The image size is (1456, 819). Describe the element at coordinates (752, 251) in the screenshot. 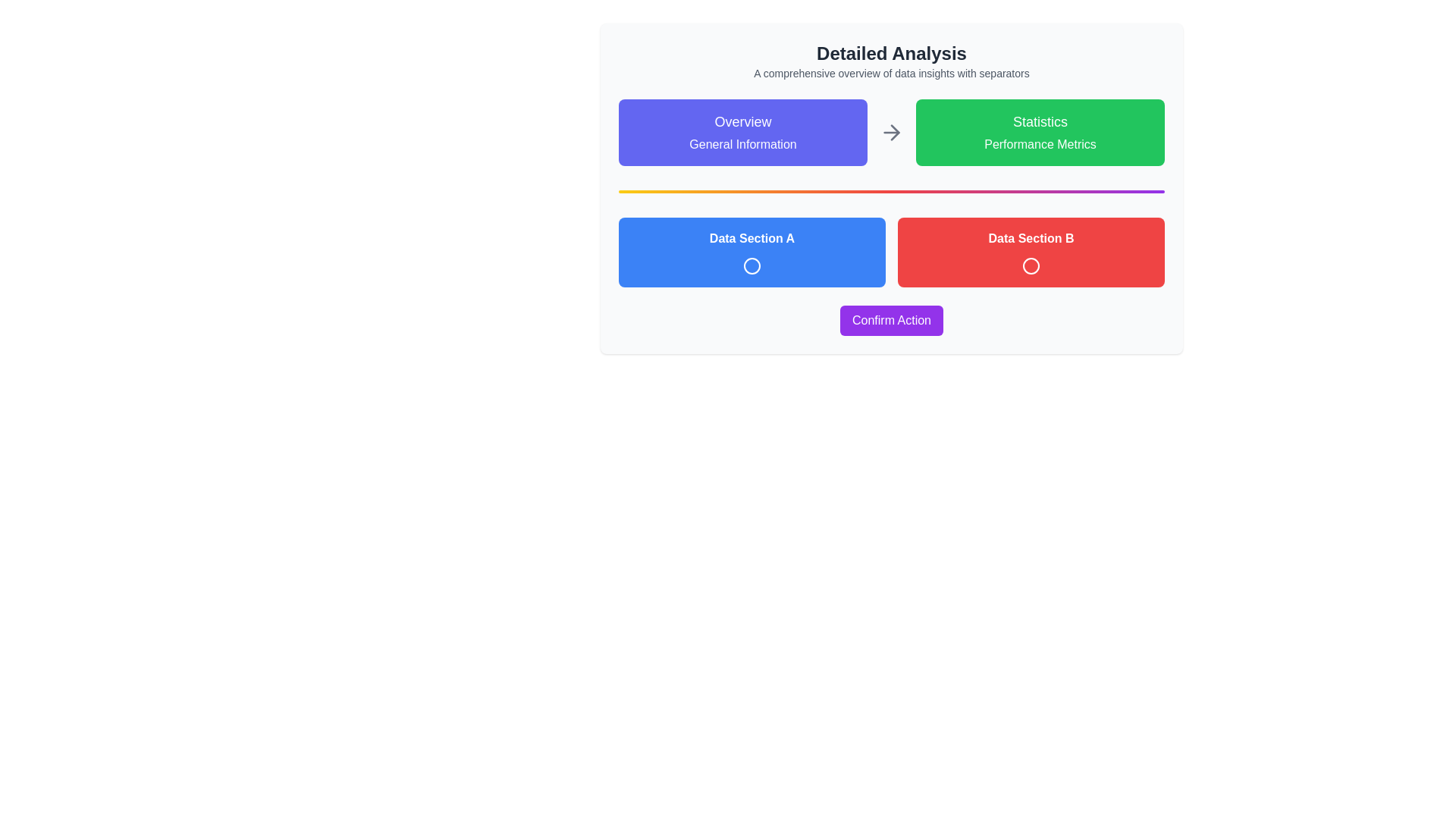

I see `the navigational button labeled 'Data Section A' located in the lower left quadrant of the interface` at that location.